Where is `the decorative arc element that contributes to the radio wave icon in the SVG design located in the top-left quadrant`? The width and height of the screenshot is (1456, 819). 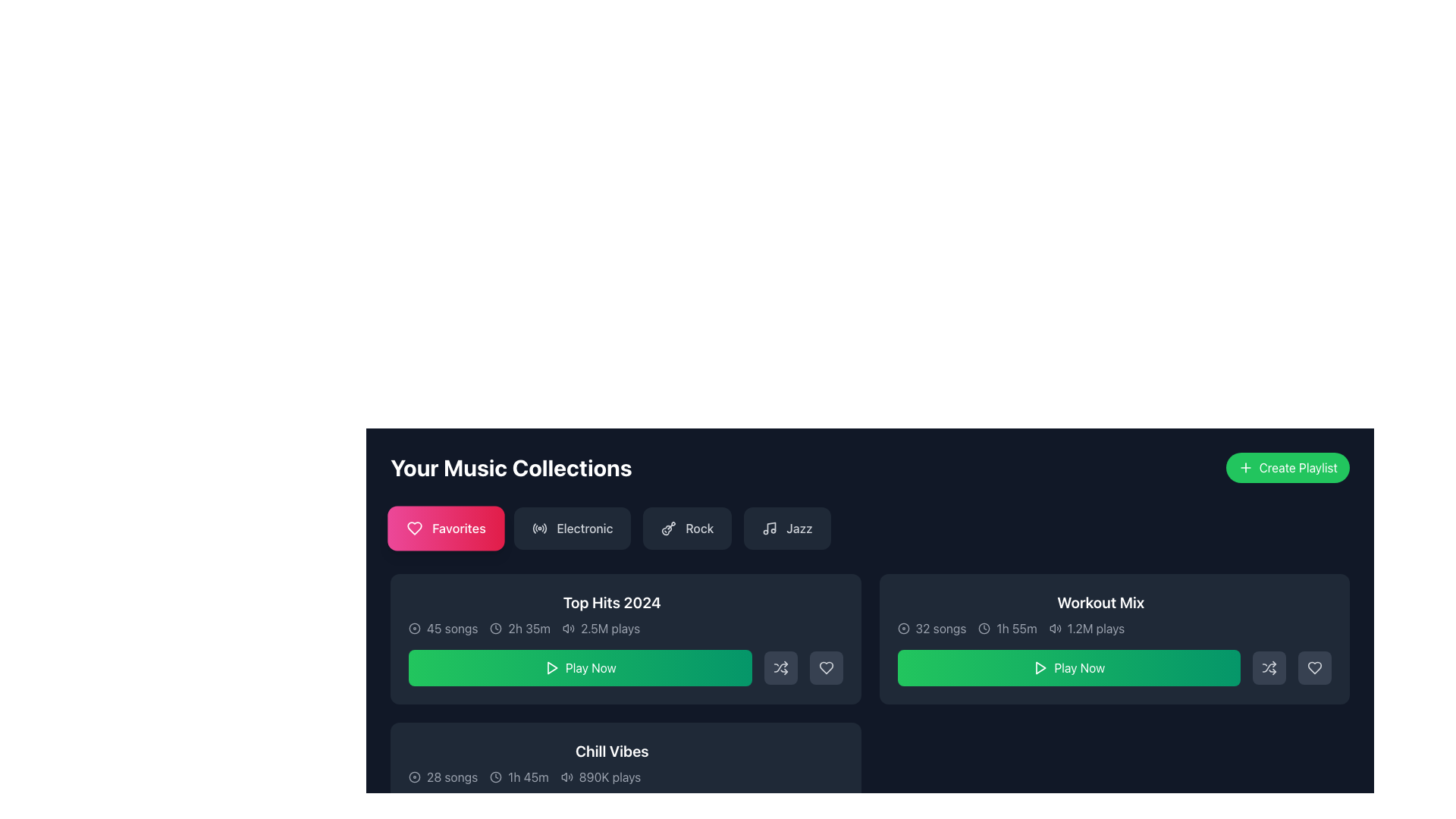
the decorative arc element that contributes to the radio wave icon in the SVG design located in the top-left quadrant is located at coordinates (535, 528).